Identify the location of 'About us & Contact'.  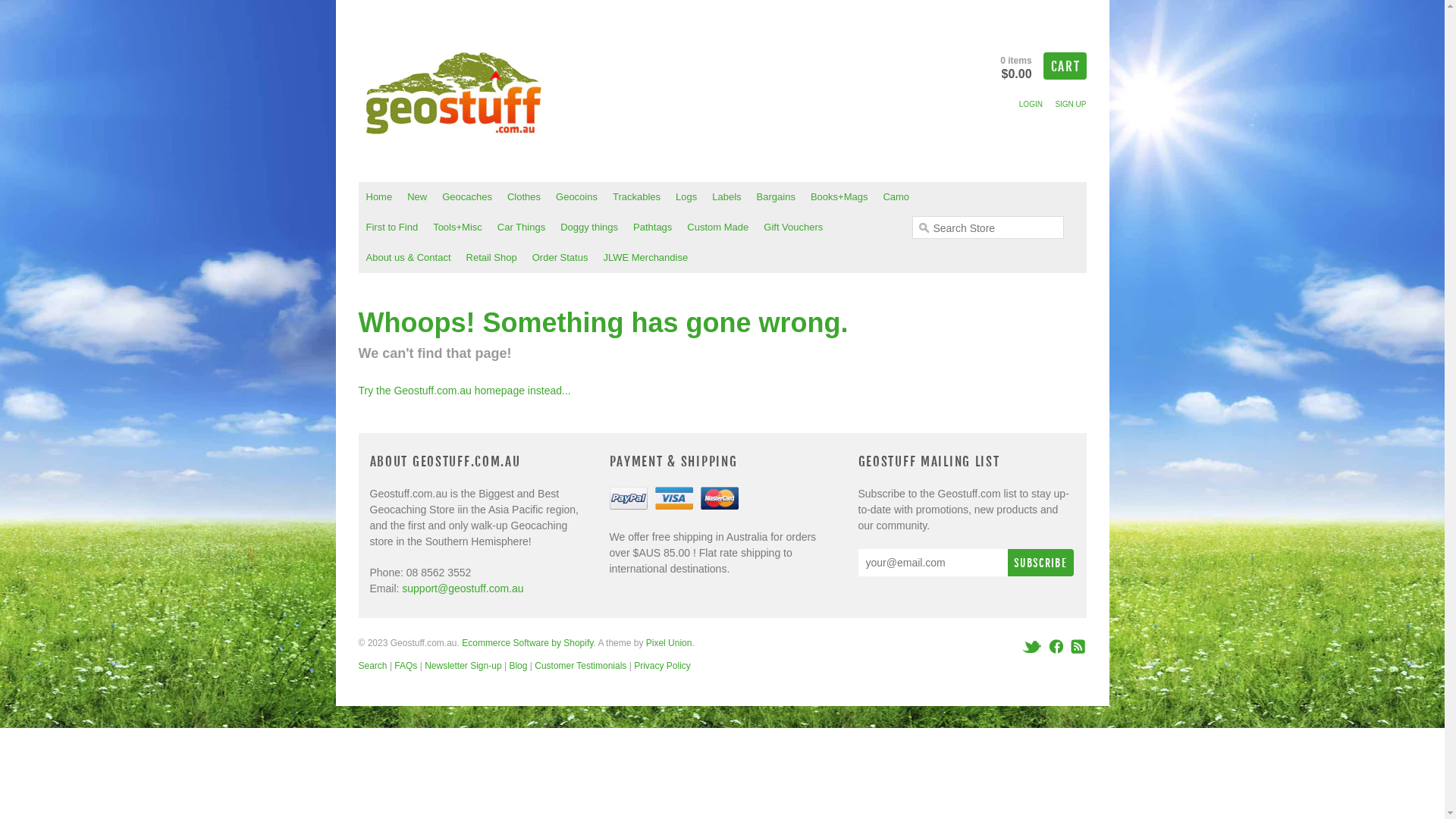
(407, 256).